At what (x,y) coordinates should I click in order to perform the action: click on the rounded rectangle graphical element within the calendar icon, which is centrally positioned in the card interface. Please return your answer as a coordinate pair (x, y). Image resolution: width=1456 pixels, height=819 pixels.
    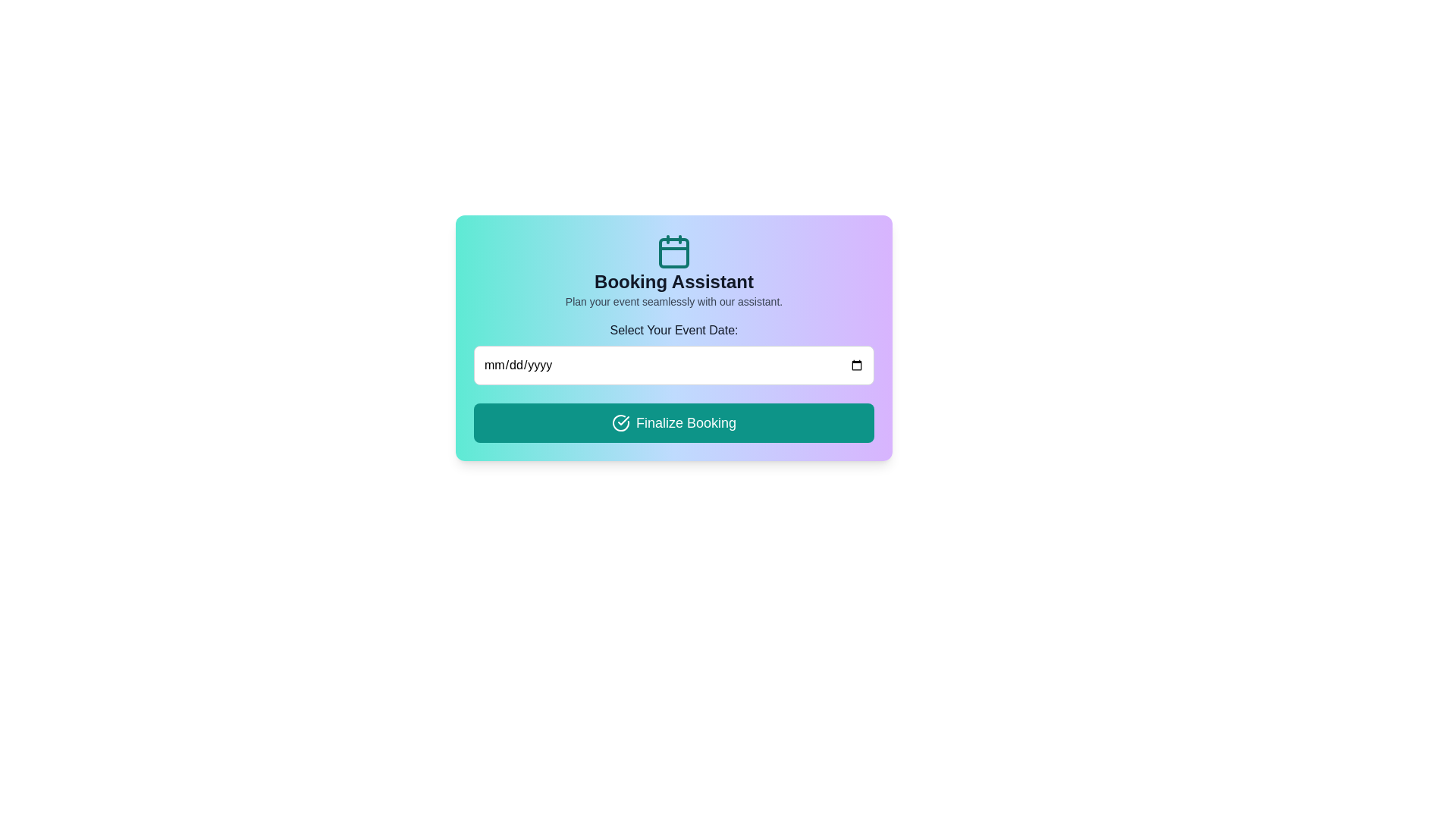
    Looking at the image, I should click on (673, 253).